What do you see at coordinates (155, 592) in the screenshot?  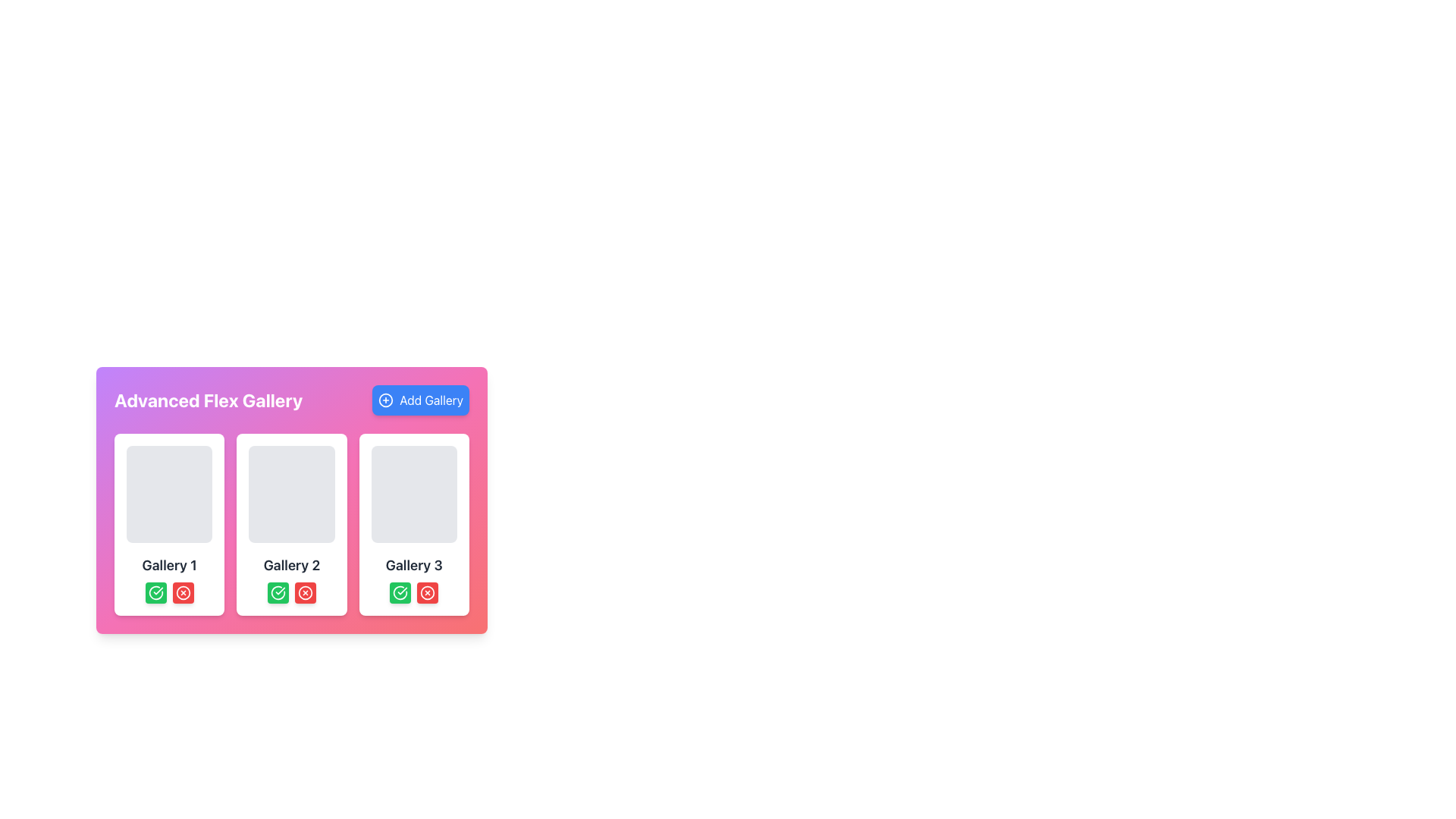 I see `the confirmation button located at the bottom-right of the 'Gallery 2' card to confirm an action` at bounding box center [155, 592].